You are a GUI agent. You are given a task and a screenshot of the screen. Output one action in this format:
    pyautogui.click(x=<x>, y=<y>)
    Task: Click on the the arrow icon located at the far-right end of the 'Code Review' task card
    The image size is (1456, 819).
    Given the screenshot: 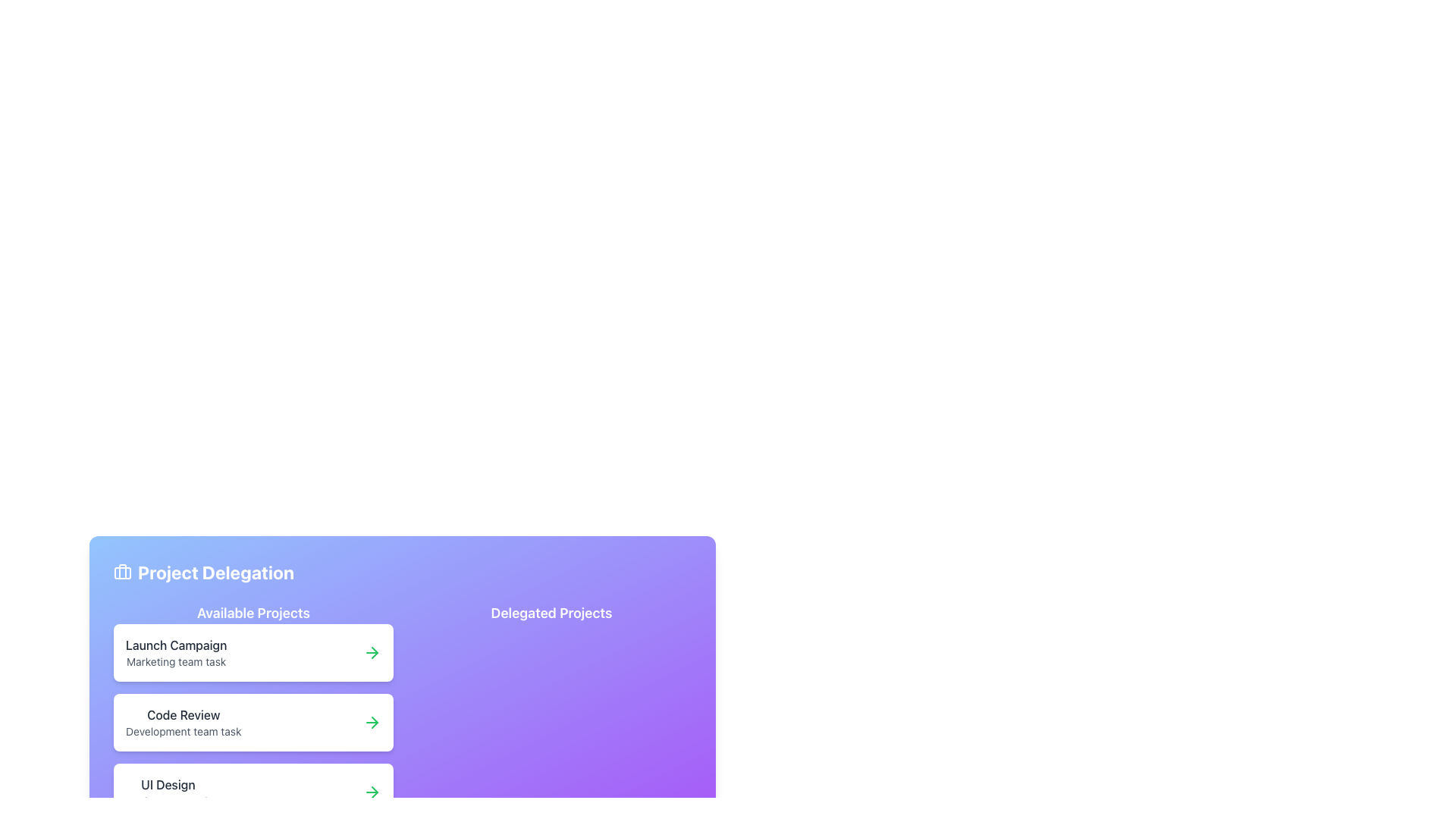 What is the action you would take?
    pyautogui.click(x=372, y=721)
    